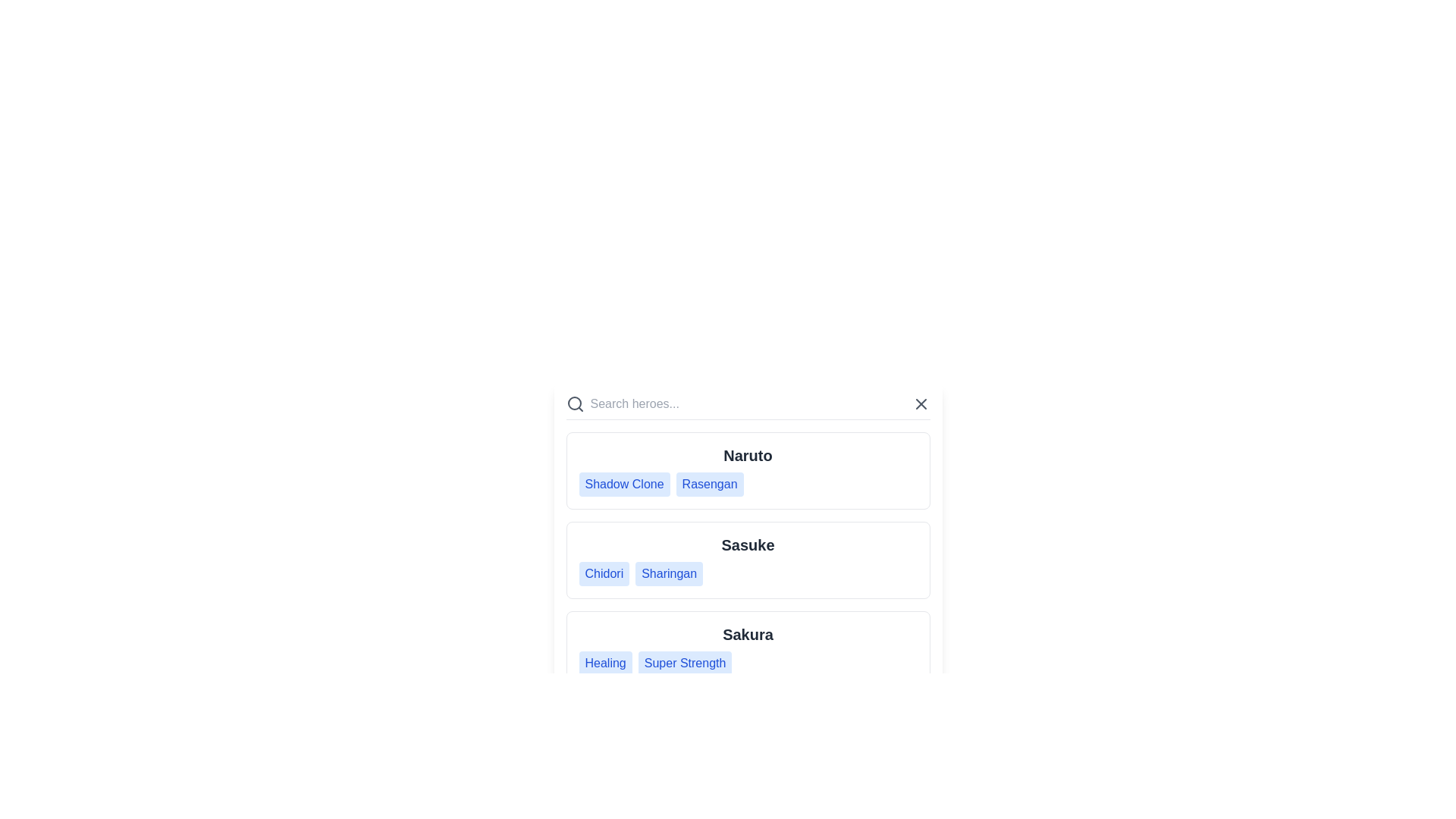 The height and width of the screenshot is (819, 1456). Describe the element at coordinates (603, 573) in the screenshot. I see `the first label 'Chidori' which is part of the label group under the section 'Sasuke' and positioned to the left of 'Sharingan'` at that location.